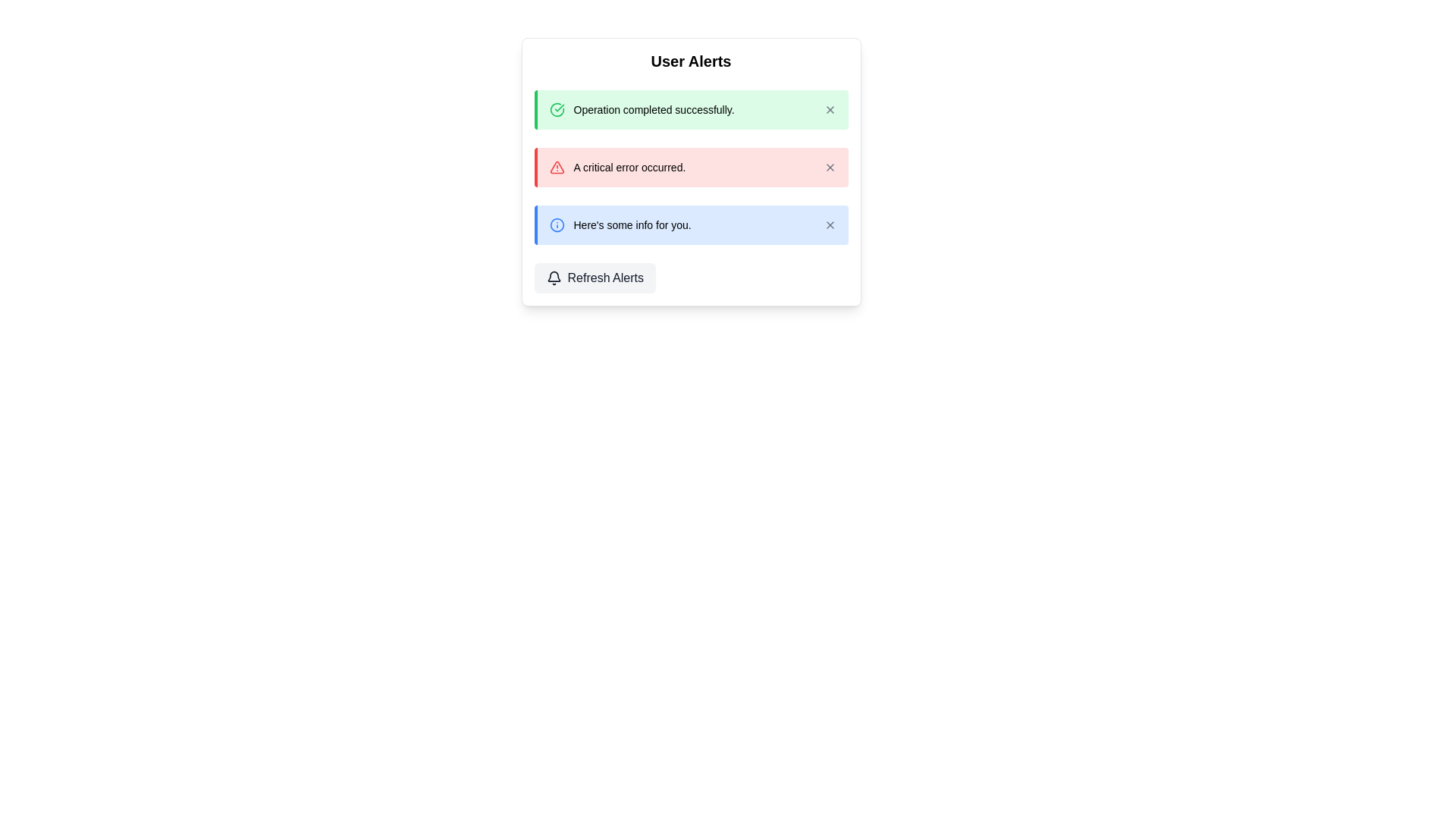 Image resolution: width=1456 pixels, height=819 pixels. What do you see at coordinates (556, 109) in the screenshot?
I see `the success icon located to the left of the text 'Operation completed successfully.' in the top notification row of the alert panel for visual feedback` at bounding box center [556, 109].